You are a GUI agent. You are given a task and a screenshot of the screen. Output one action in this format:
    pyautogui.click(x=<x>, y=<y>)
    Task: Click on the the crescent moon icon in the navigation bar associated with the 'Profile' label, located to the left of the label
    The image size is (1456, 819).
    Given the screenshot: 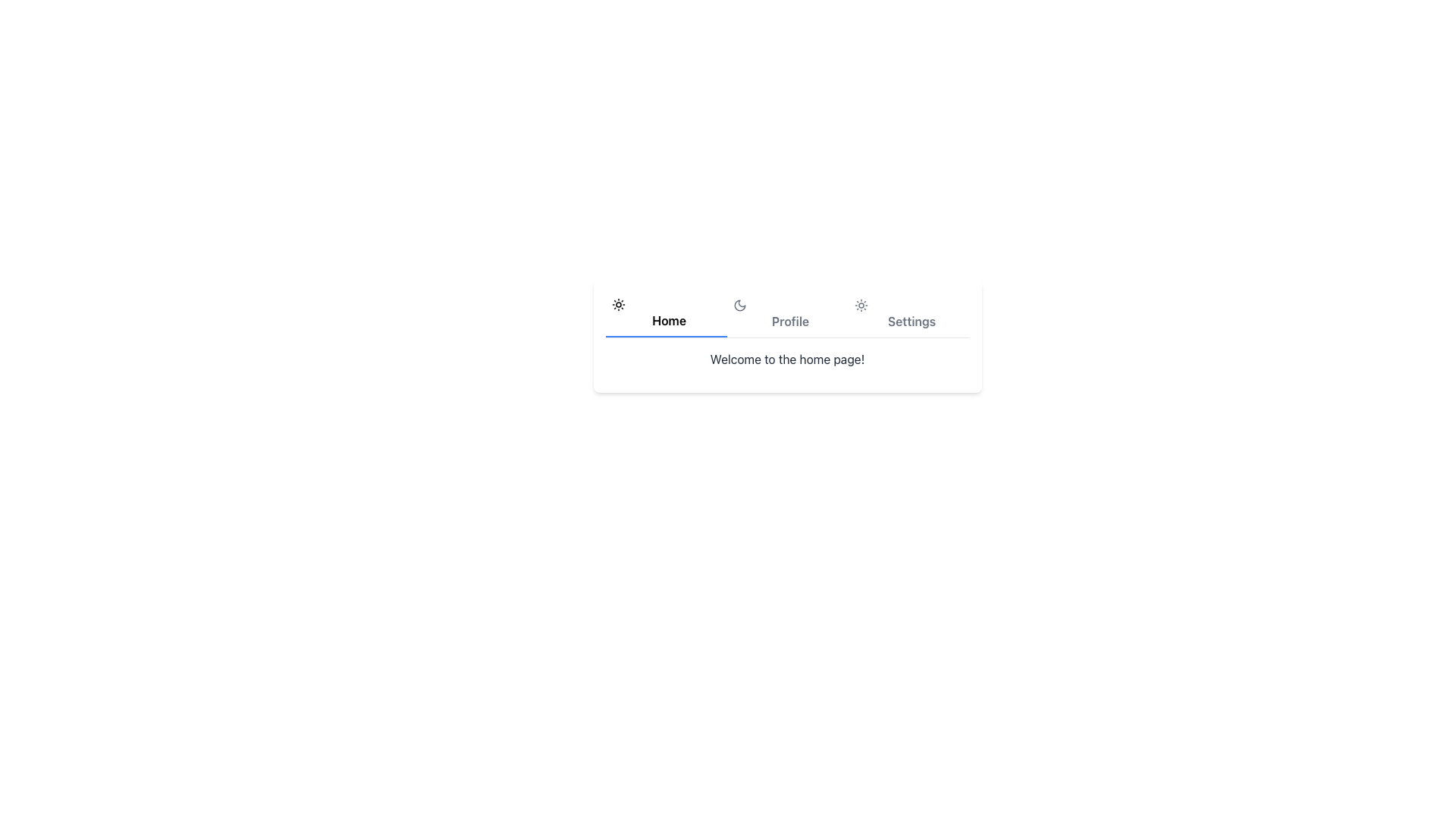 What is the action you would take?
    pyautogui.click(x=739, y=305)
    